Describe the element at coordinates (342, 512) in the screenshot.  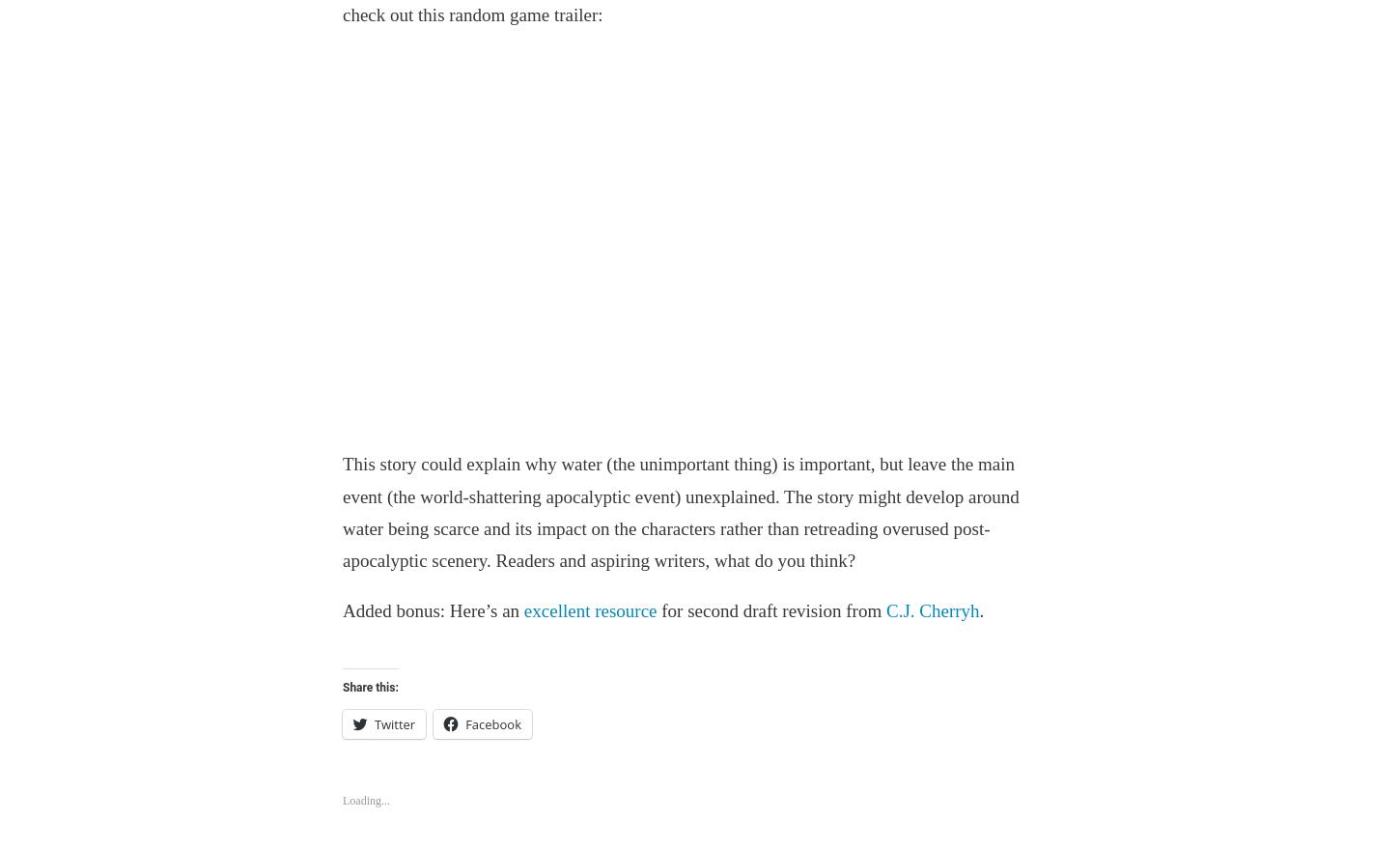
I see `'This story could explain why water (the unimportant thing) is important, but leave the main event (the world-shattering apocalyptic event) unexplained. The story might develop around water being scarce and its impact on the characters rather than retreading overused post-apocalyptic scenery. Readers and aspiring writers, what do you think?'` at that location.